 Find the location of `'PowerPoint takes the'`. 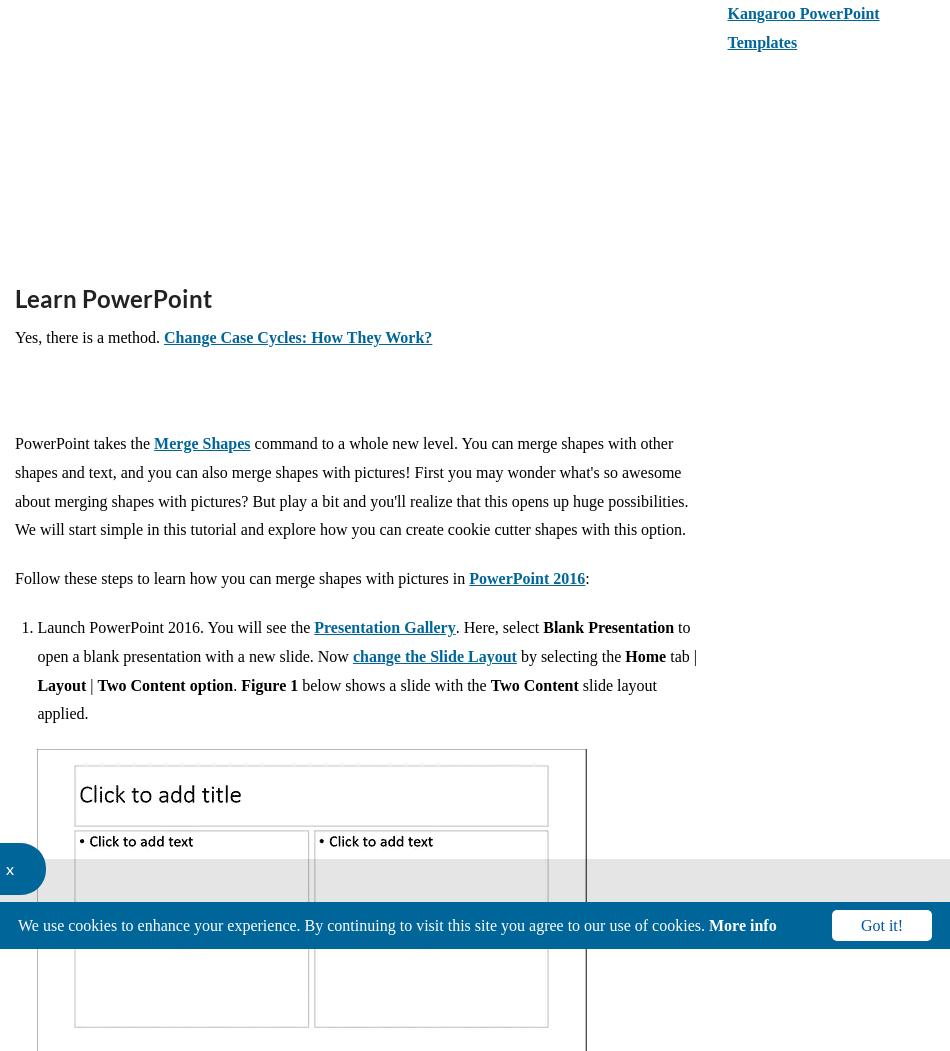

'PowerPoint takes the' is located at coordinates (15, 442).